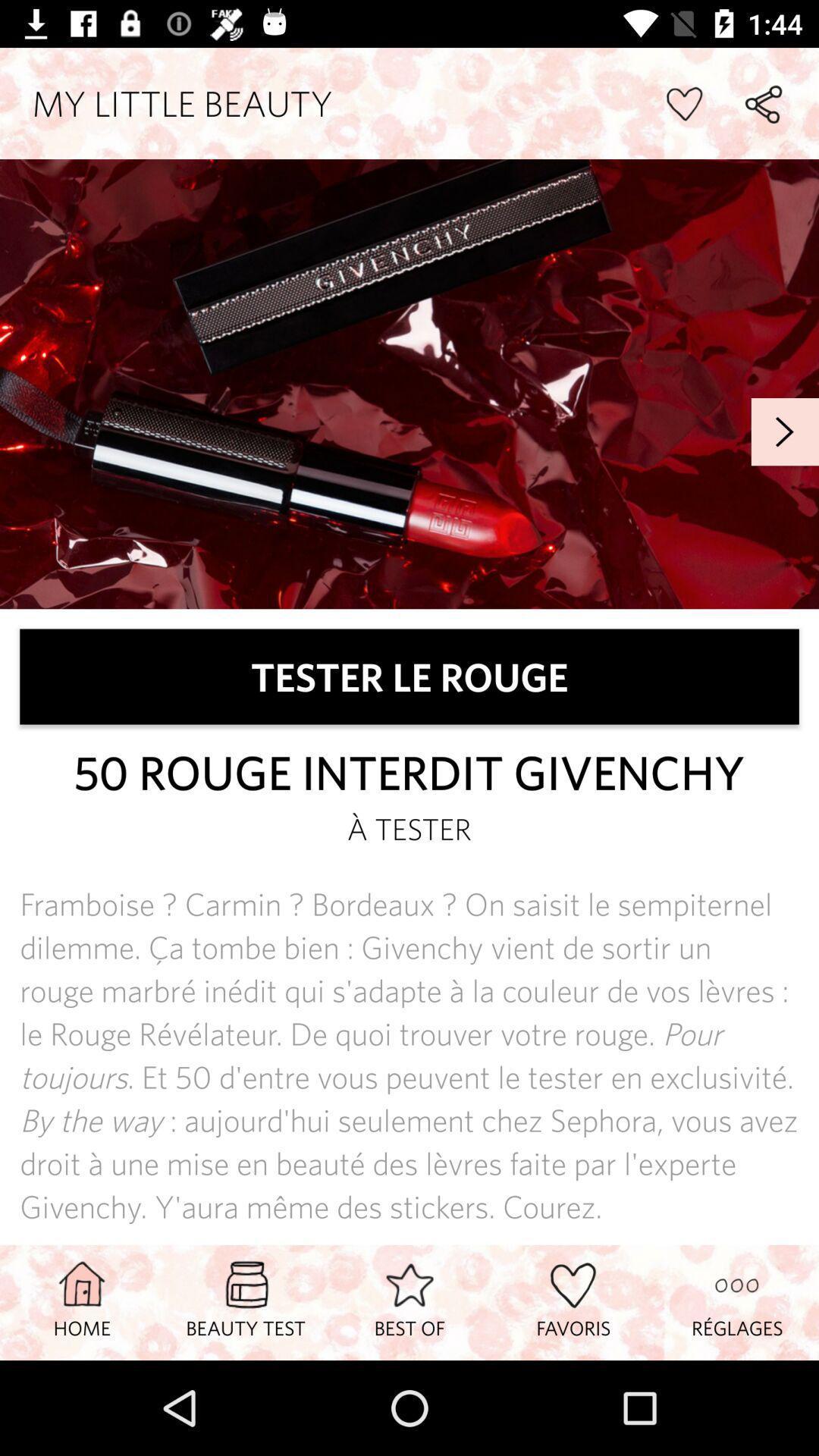 Image resolution: width=819 pixels, height=1456 pixels. What do you see at coordinates (683, 102) in the screenshot?
I see `page` at bounding box center [683, 102].